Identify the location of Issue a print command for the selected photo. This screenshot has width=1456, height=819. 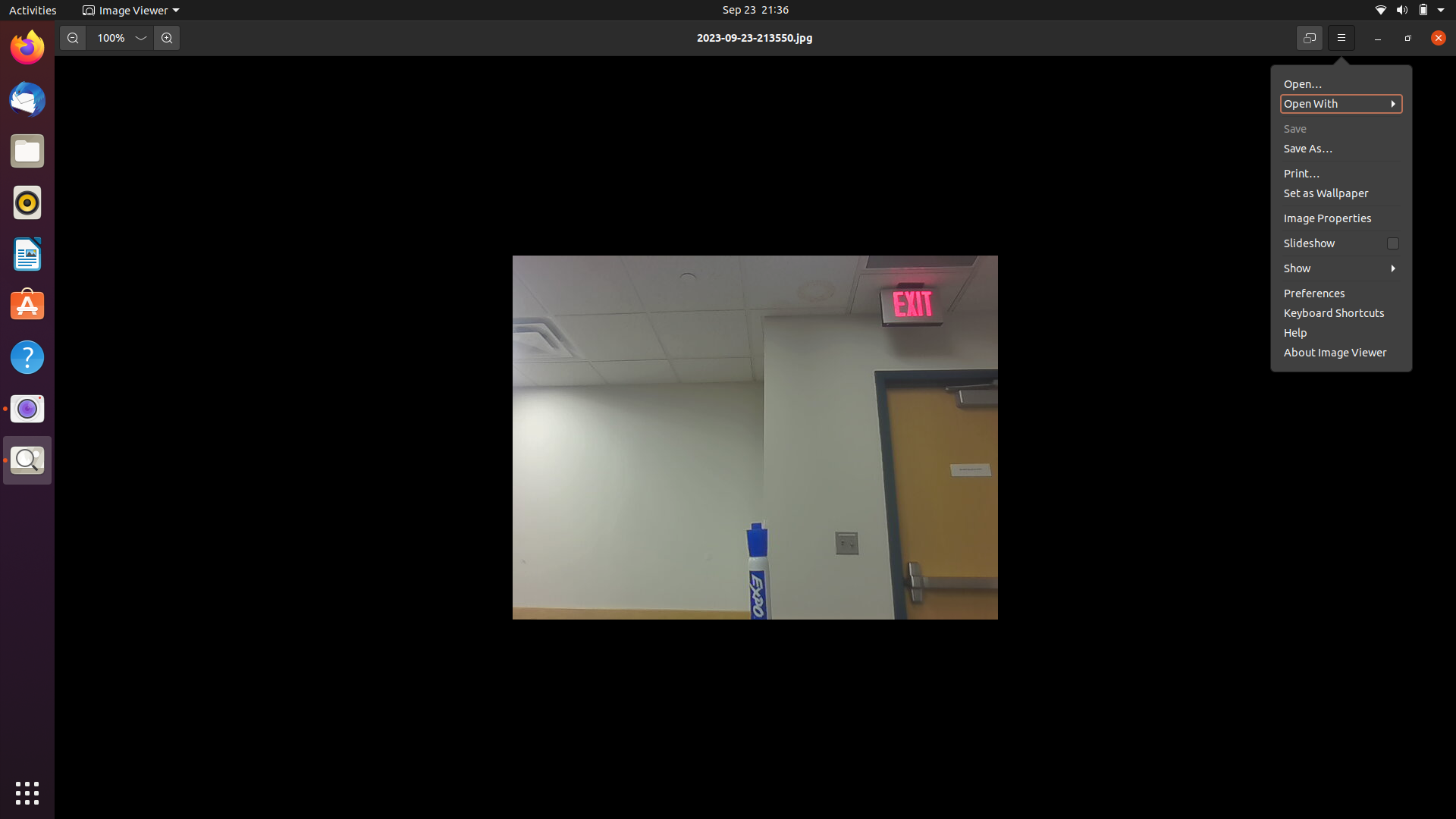
(1338, 146).